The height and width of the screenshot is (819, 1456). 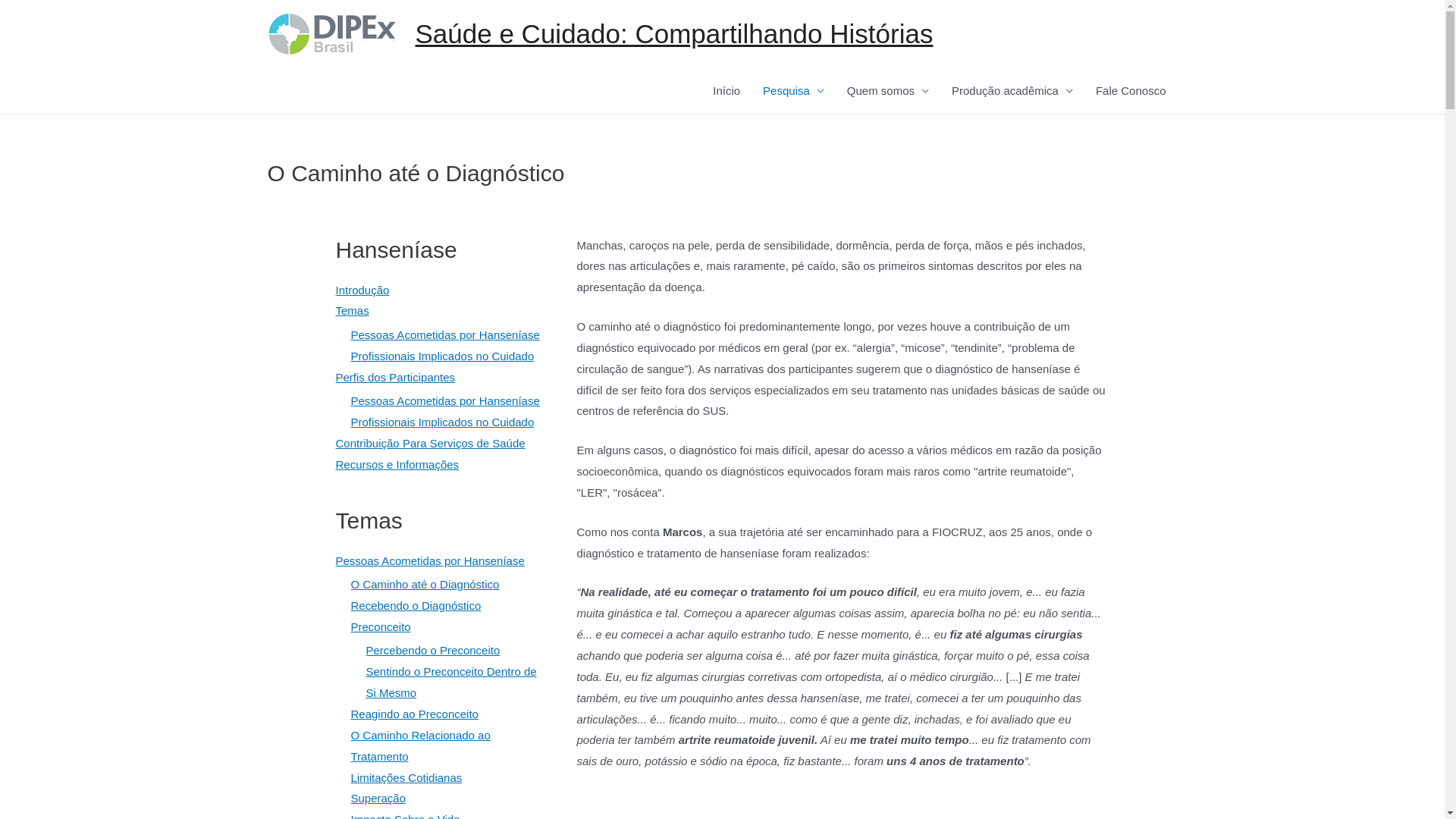 I want to click on 'Pesquisa', so click(x=792, y=90).